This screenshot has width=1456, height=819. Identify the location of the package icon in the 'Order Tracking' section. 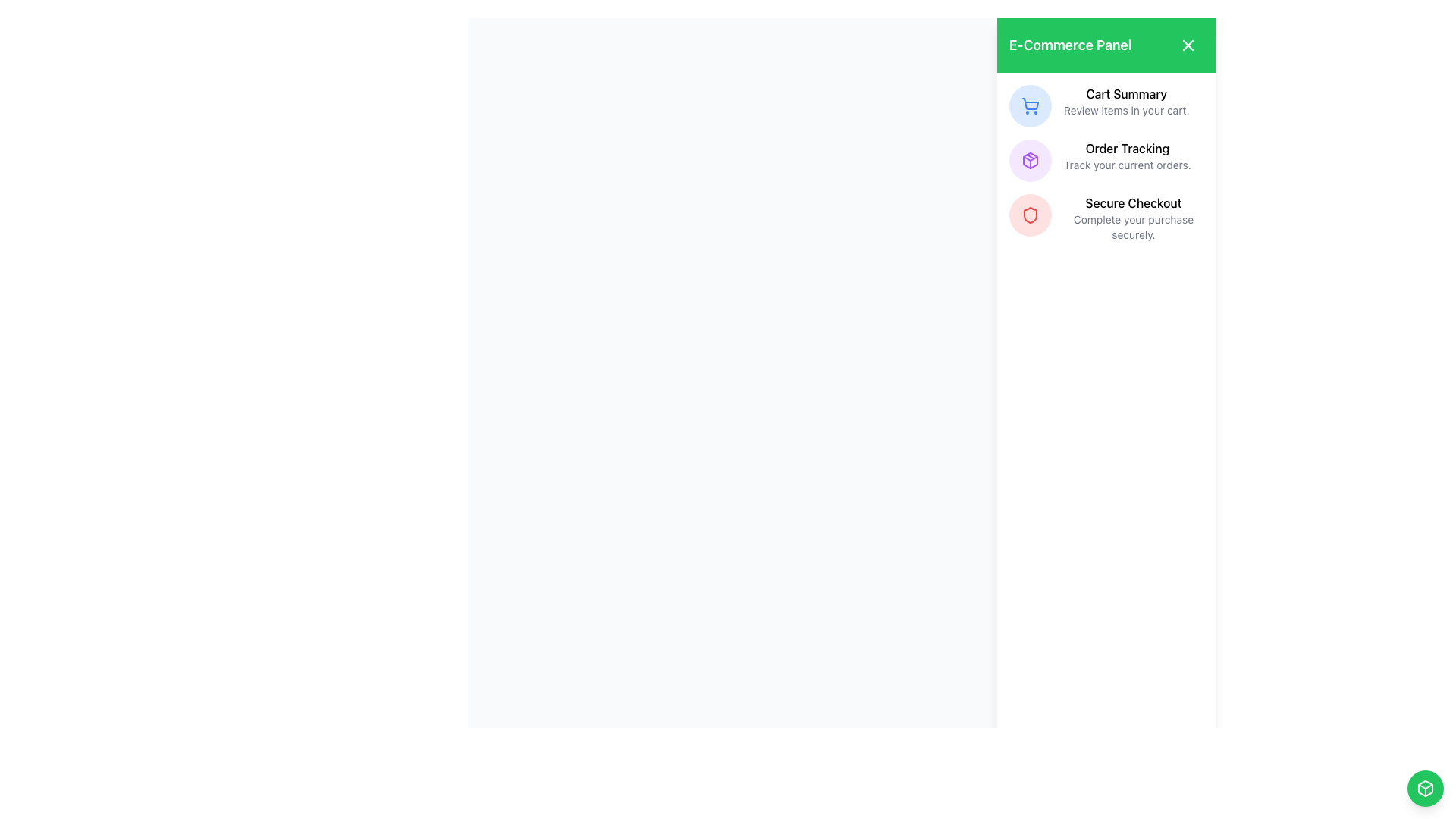
(1030, 161).